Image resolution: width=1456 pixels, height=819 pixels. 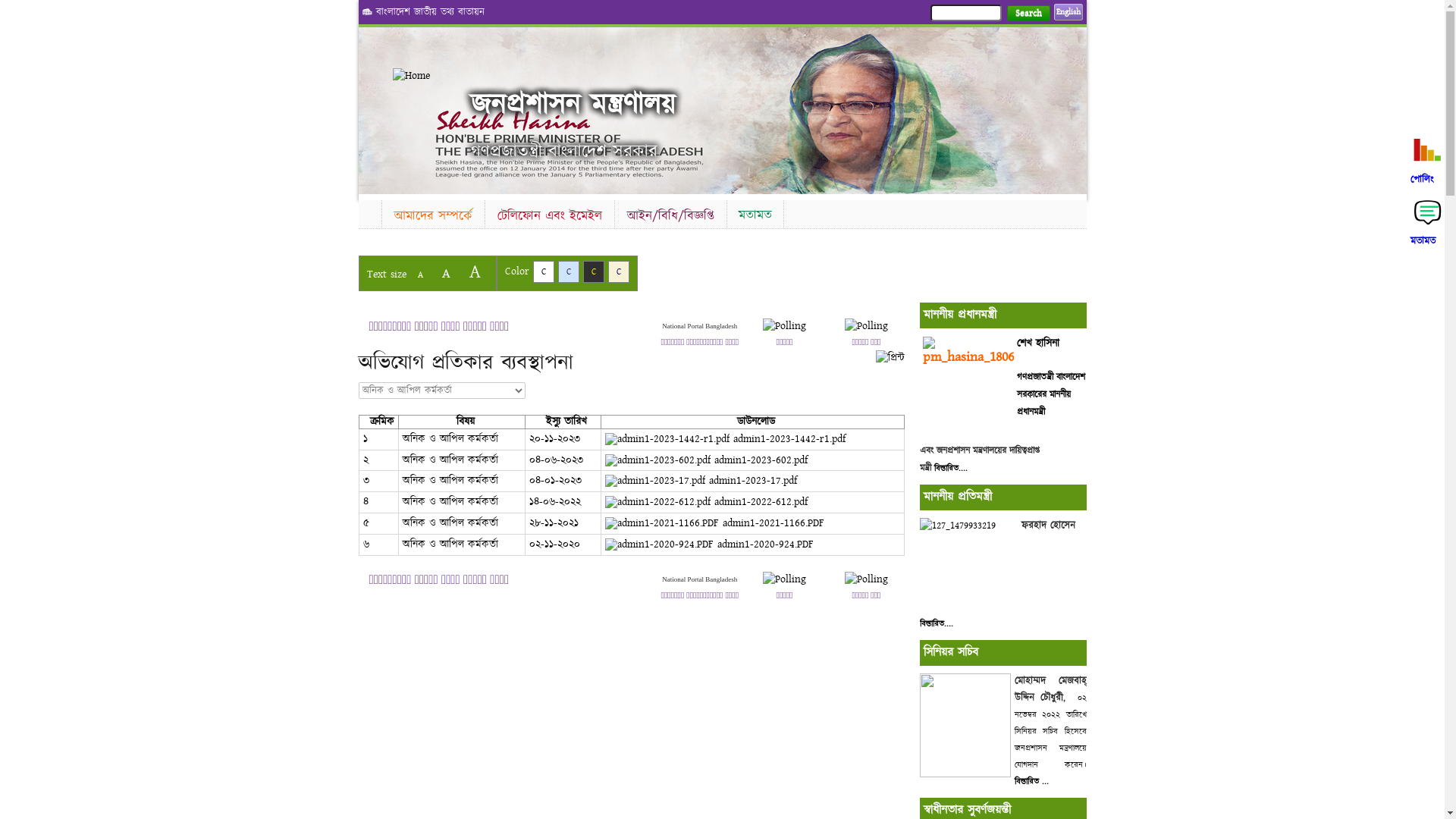 I want to click on 'Search', so click(x=1028, y=13).